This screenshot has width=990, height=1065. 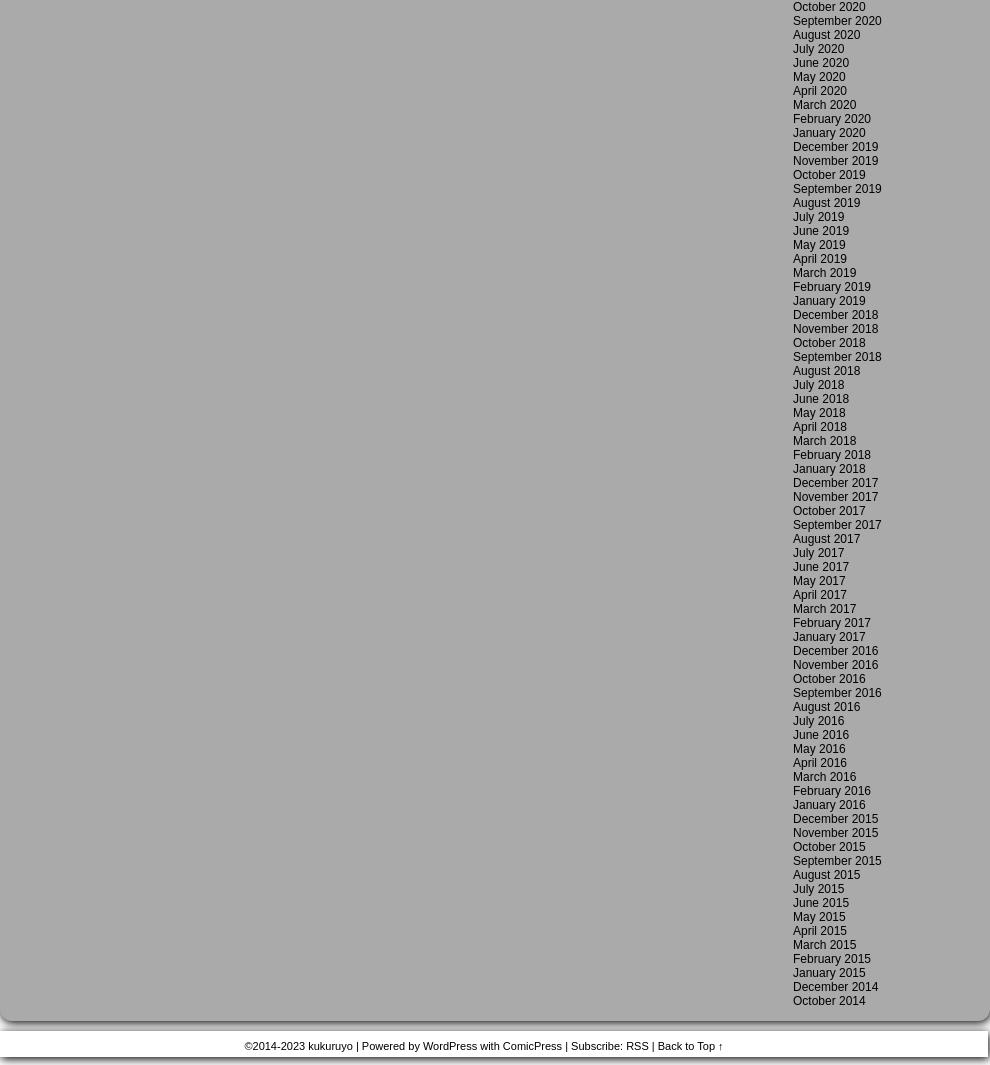 What do you see at coordinates (792, 173) in the screenshot?
I see `'October 2019'` at bounding box center [792, 173].